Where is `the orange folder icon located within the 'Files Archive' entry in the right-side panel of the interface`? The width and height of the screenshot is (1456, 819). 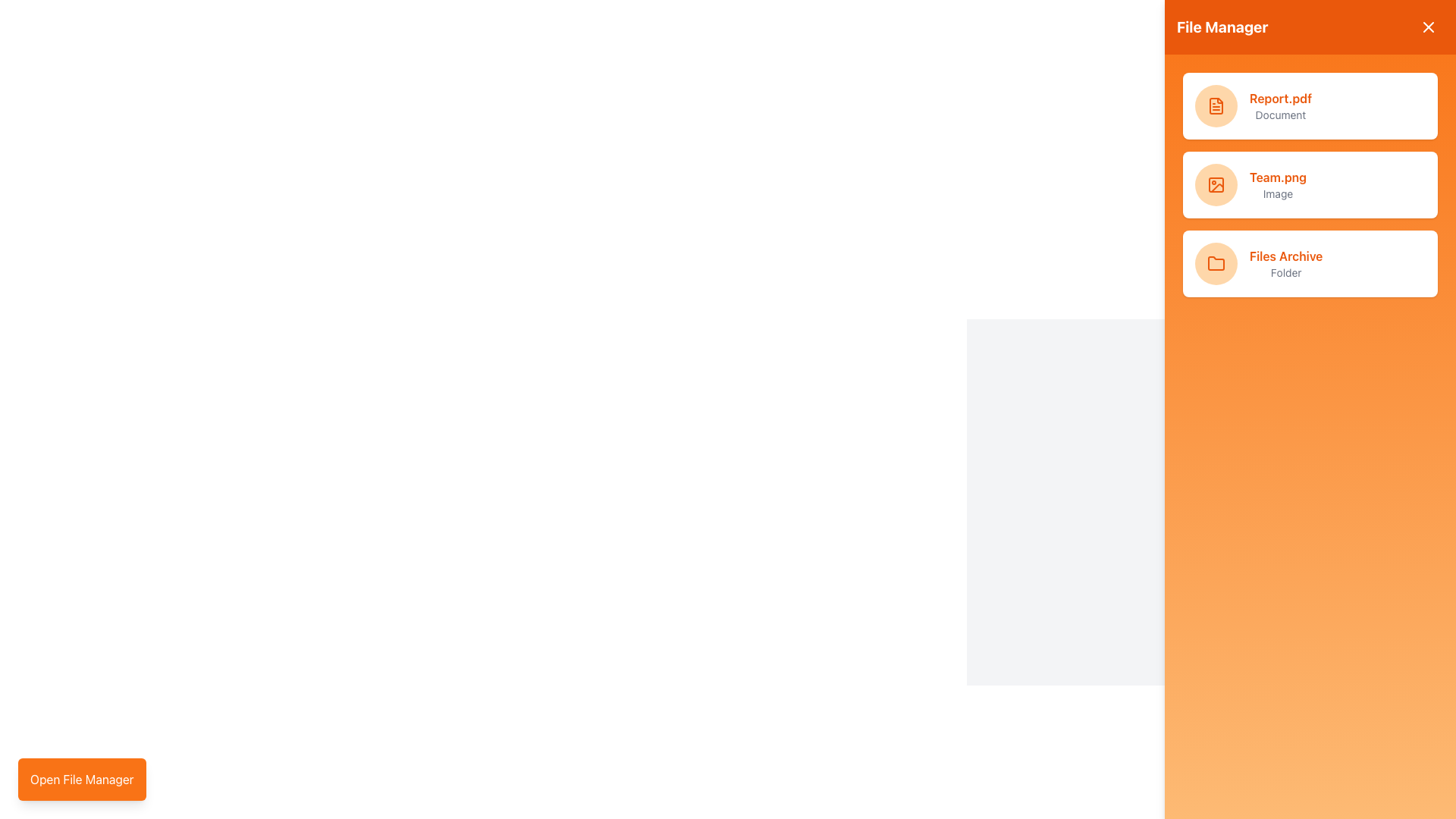
the orange folder icon located within the 'Files Archive' entry in the right-side panel of the interface is located at coordinates (1216, 262).